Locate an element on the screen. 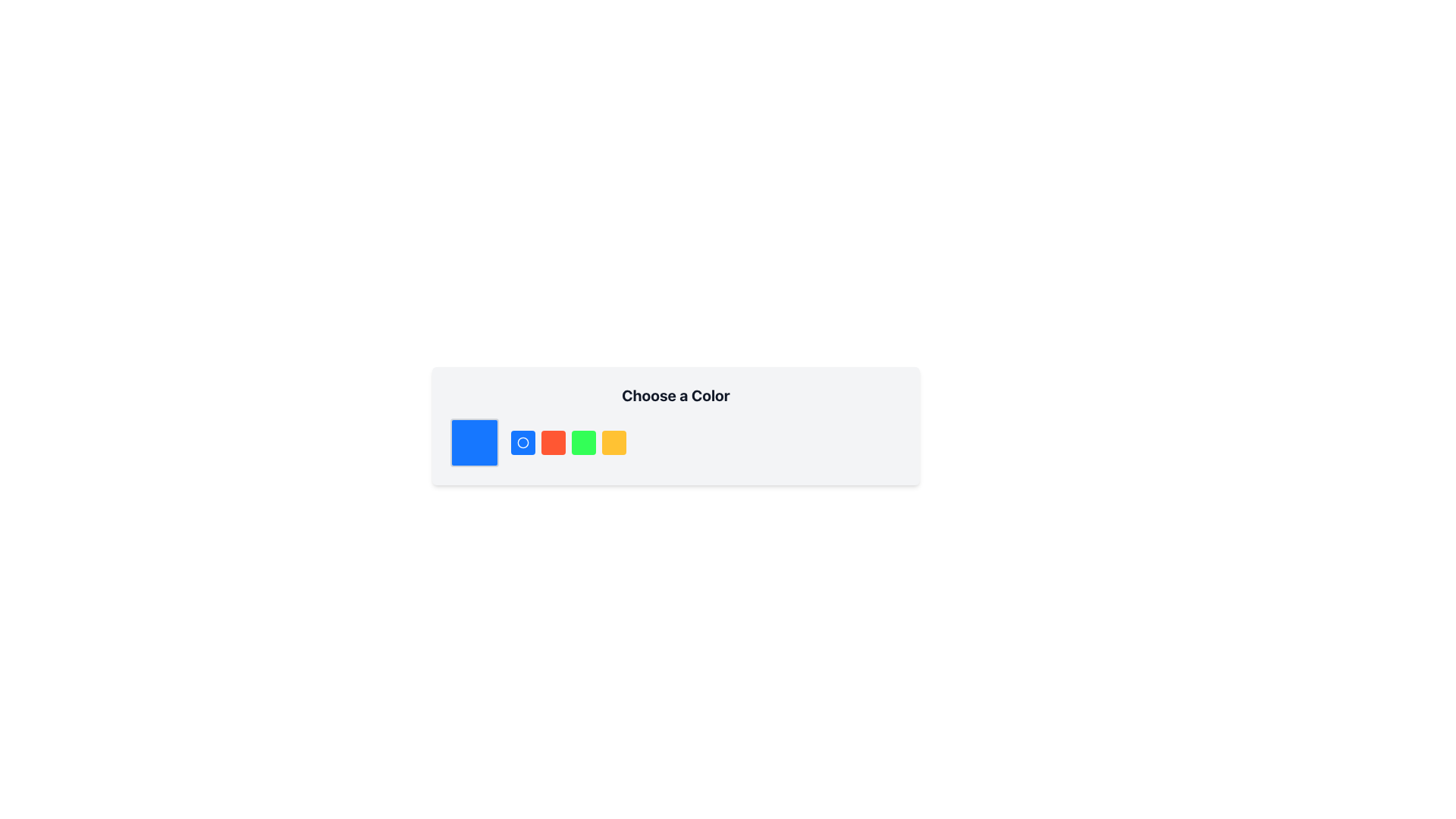 The height and width of the screenshot is (819, 1456). the Color Selection Group located within the light grey card titled 'Choose a Color' is located at coordinates (675, 442).